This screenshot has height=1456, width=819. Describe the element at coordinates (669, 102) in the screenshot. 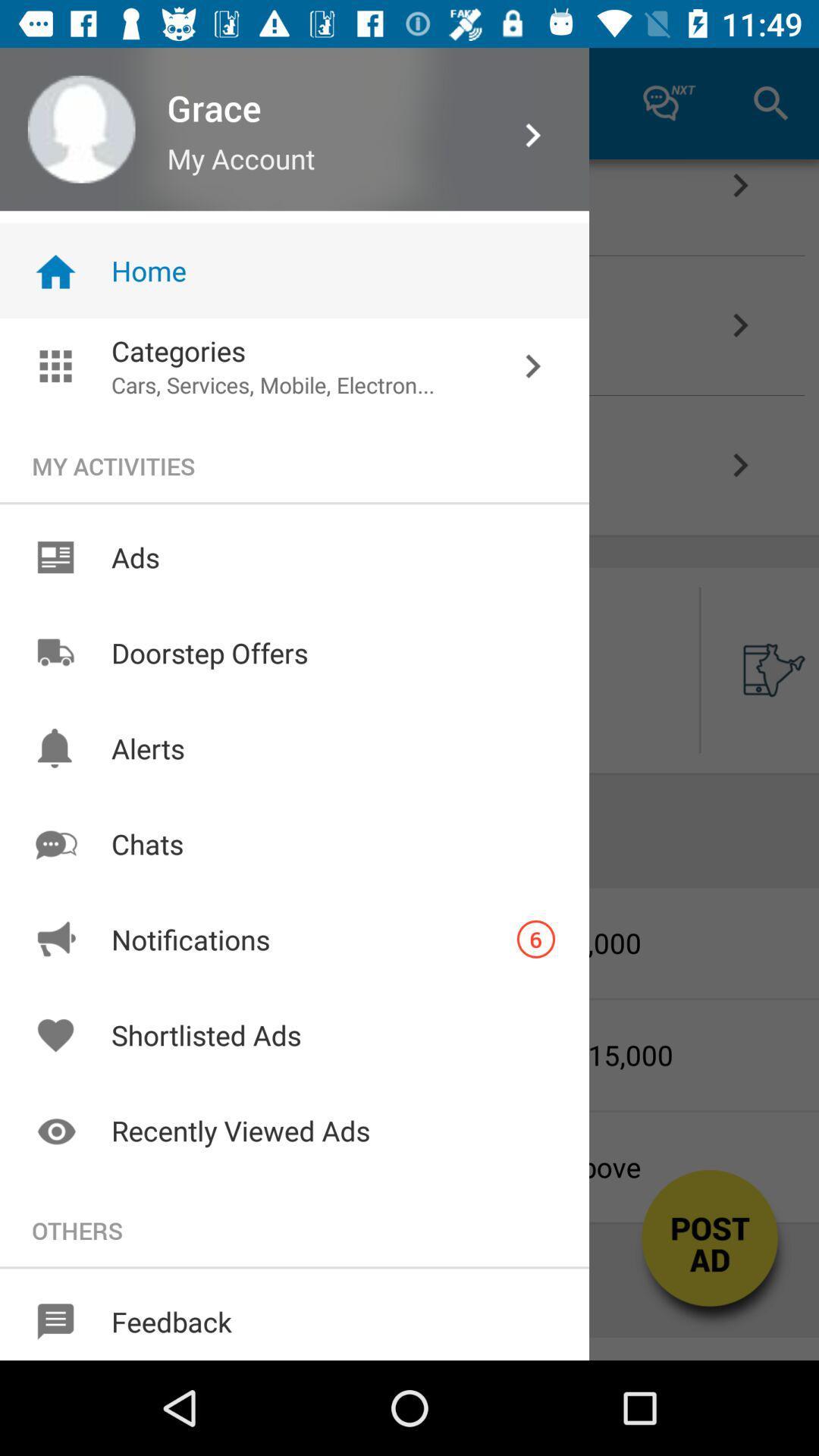

I see `icon left to search icon at the top right corner` at that location.